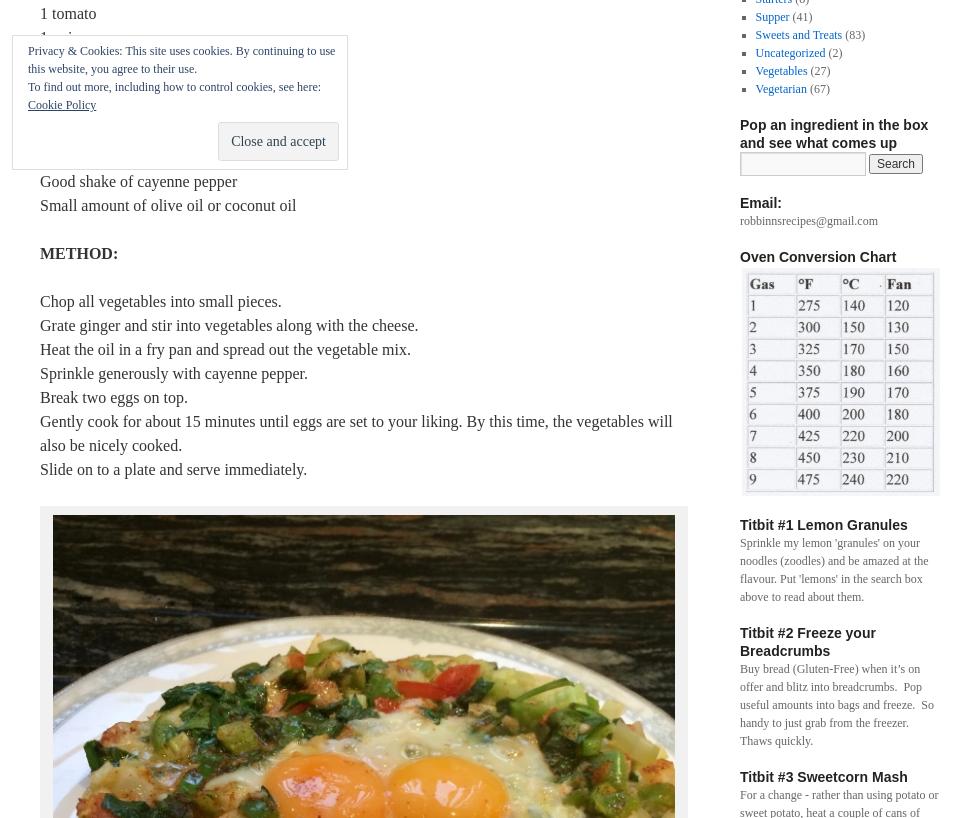 The height and width of the screenshot is (818, 980). I want to click on 'Titbit #1 Lemon Granules', so click(823, 524).